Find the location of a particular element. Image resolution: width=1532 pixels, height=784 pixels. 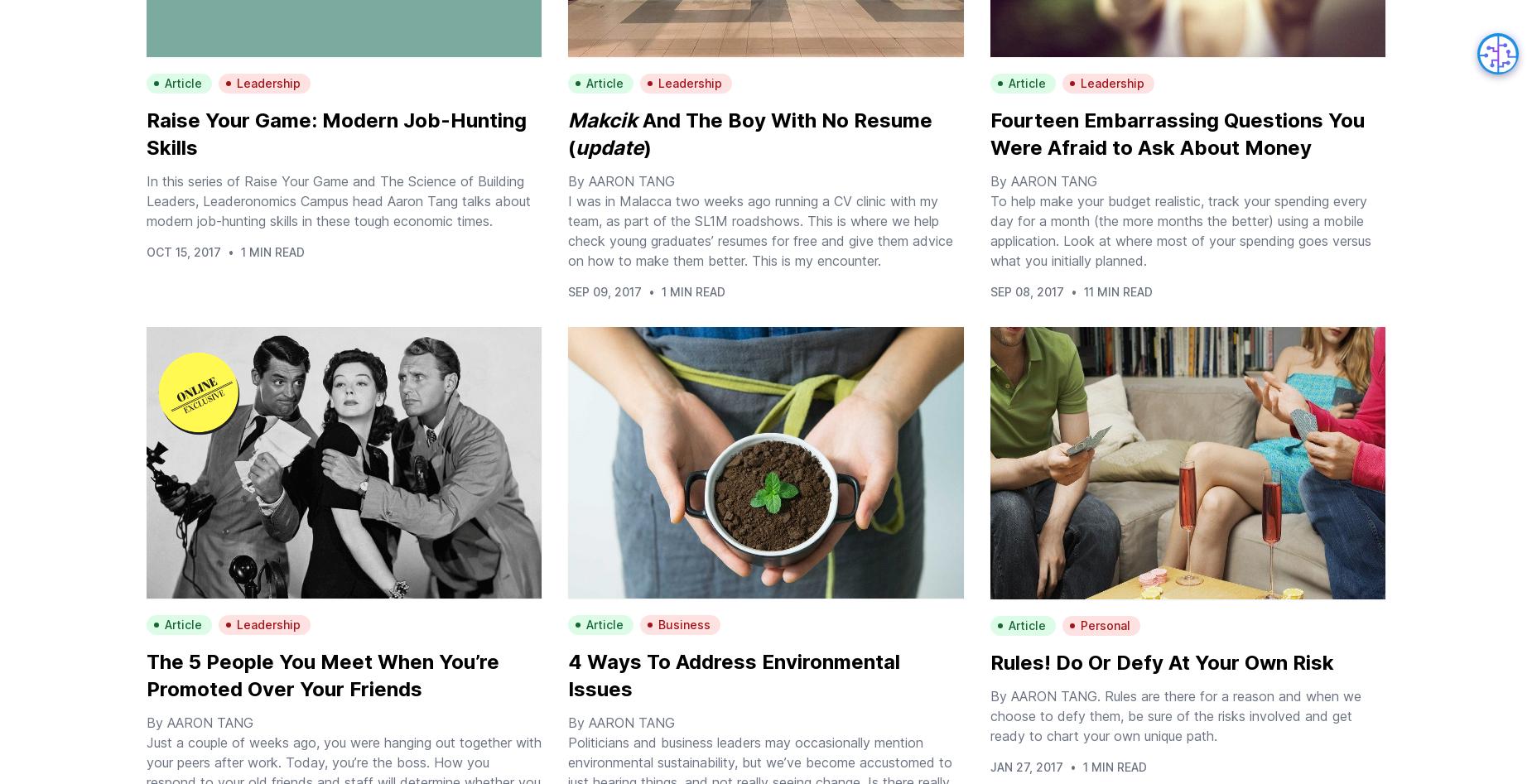

'update' is located at coordinates (609, 147).